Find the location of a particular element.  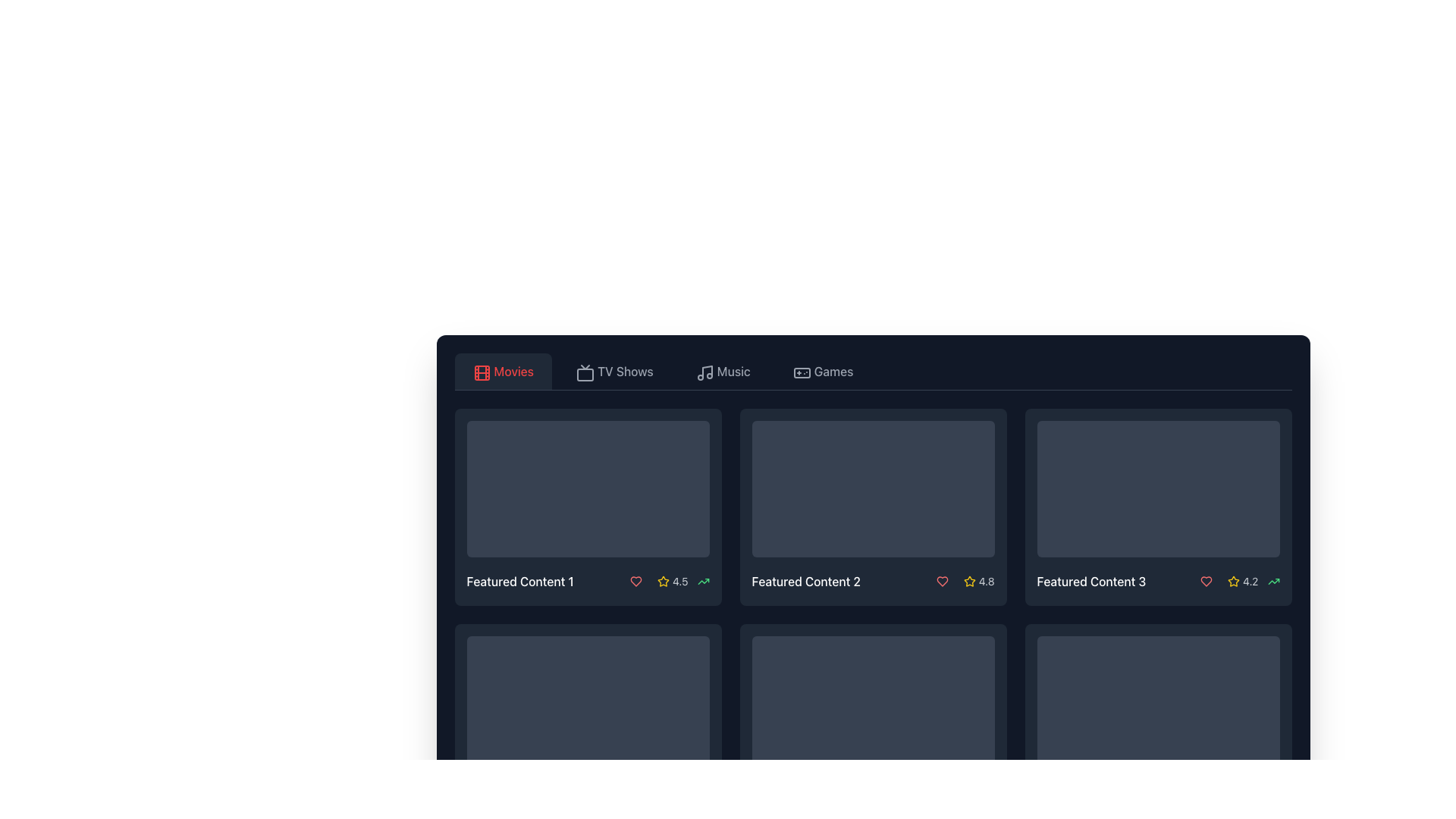

the informational bar displaying 'Featured Content 2' is located at coordinates (873, 581).